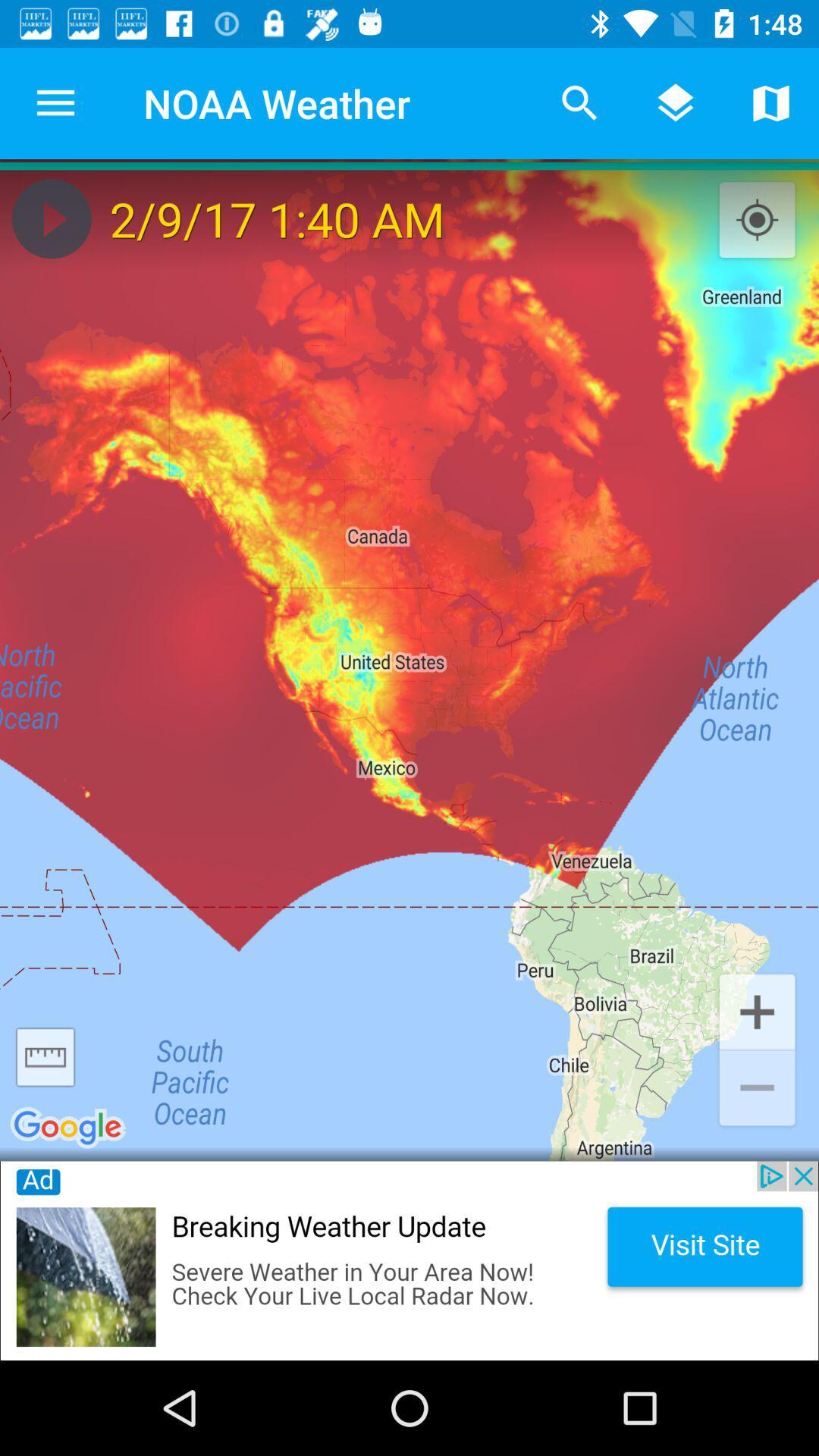 Image resolution: width=819 pixels, height=1456 pixels. I want to click on scale, so click(45, 1056).